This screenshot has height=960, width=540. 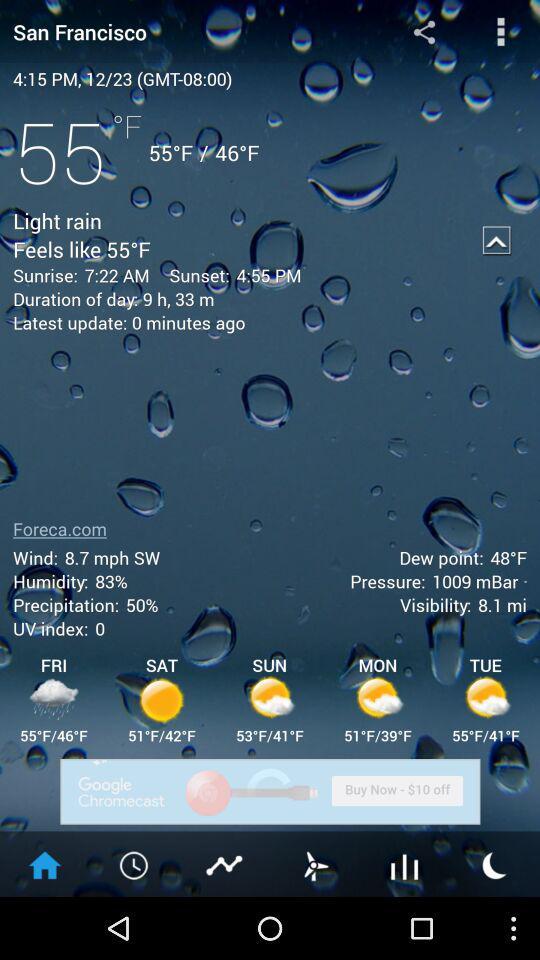 I want to click on dark mode, so click(x=494, y=863).